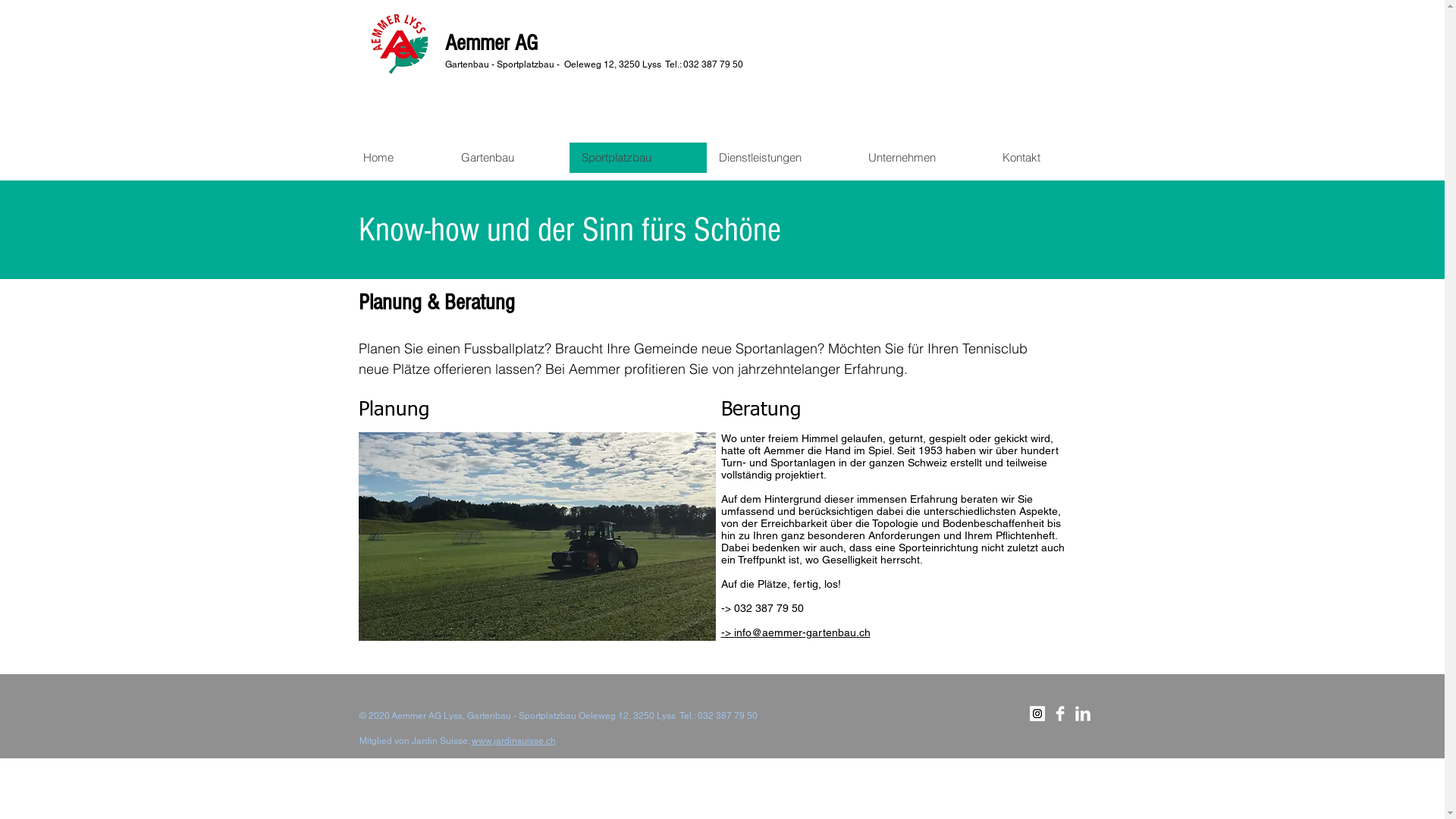 This screenshot has height=819, width=1456. Describe the element at coordinates (400, 158) in the screenshot. I see `'Home'` at that location.